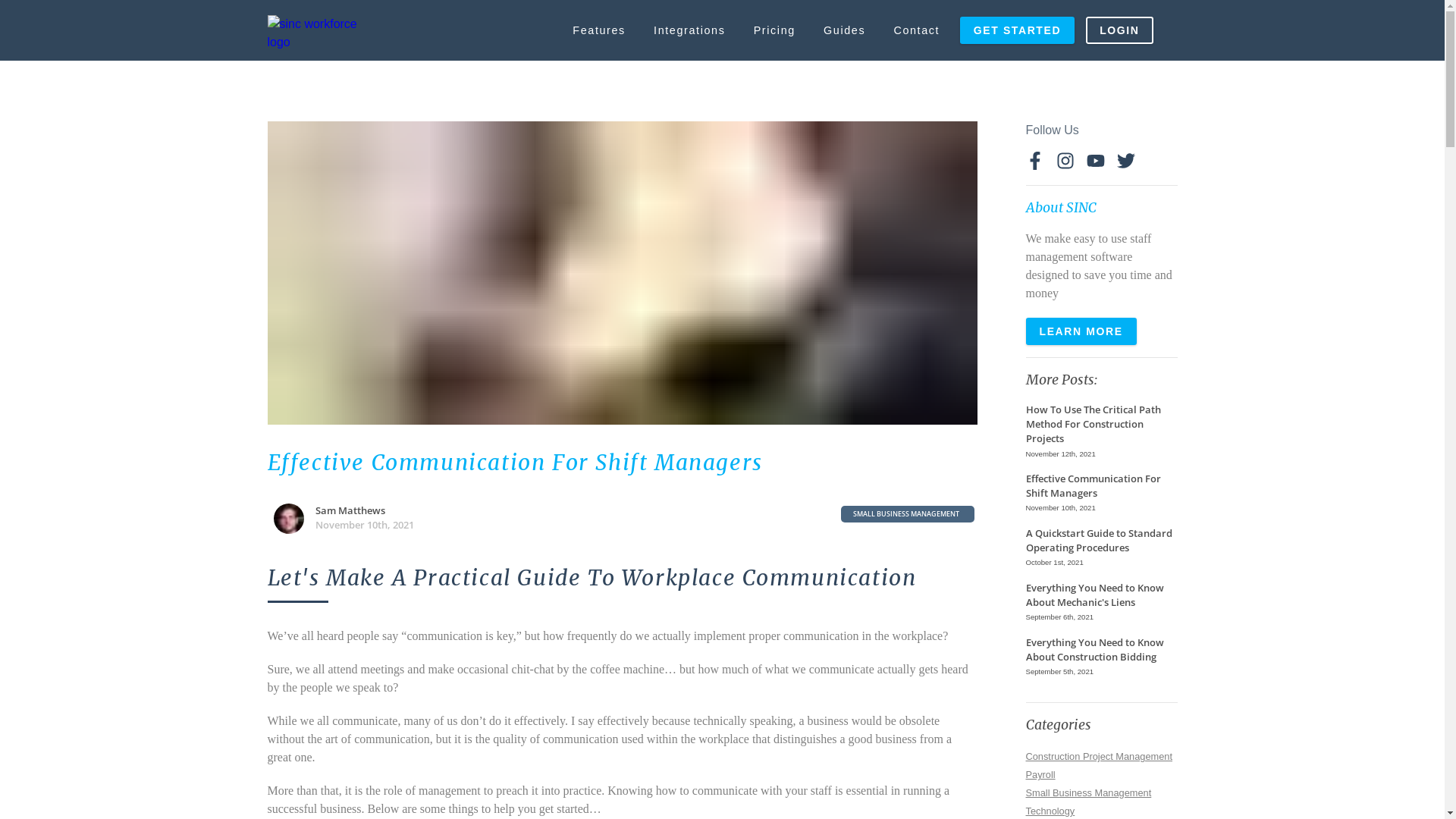 The height and width of the screenshot is (819, 1456). Describe the element at coordinates (1087, 791) in the screenshot. I see `'Small Business Management'` at that location.